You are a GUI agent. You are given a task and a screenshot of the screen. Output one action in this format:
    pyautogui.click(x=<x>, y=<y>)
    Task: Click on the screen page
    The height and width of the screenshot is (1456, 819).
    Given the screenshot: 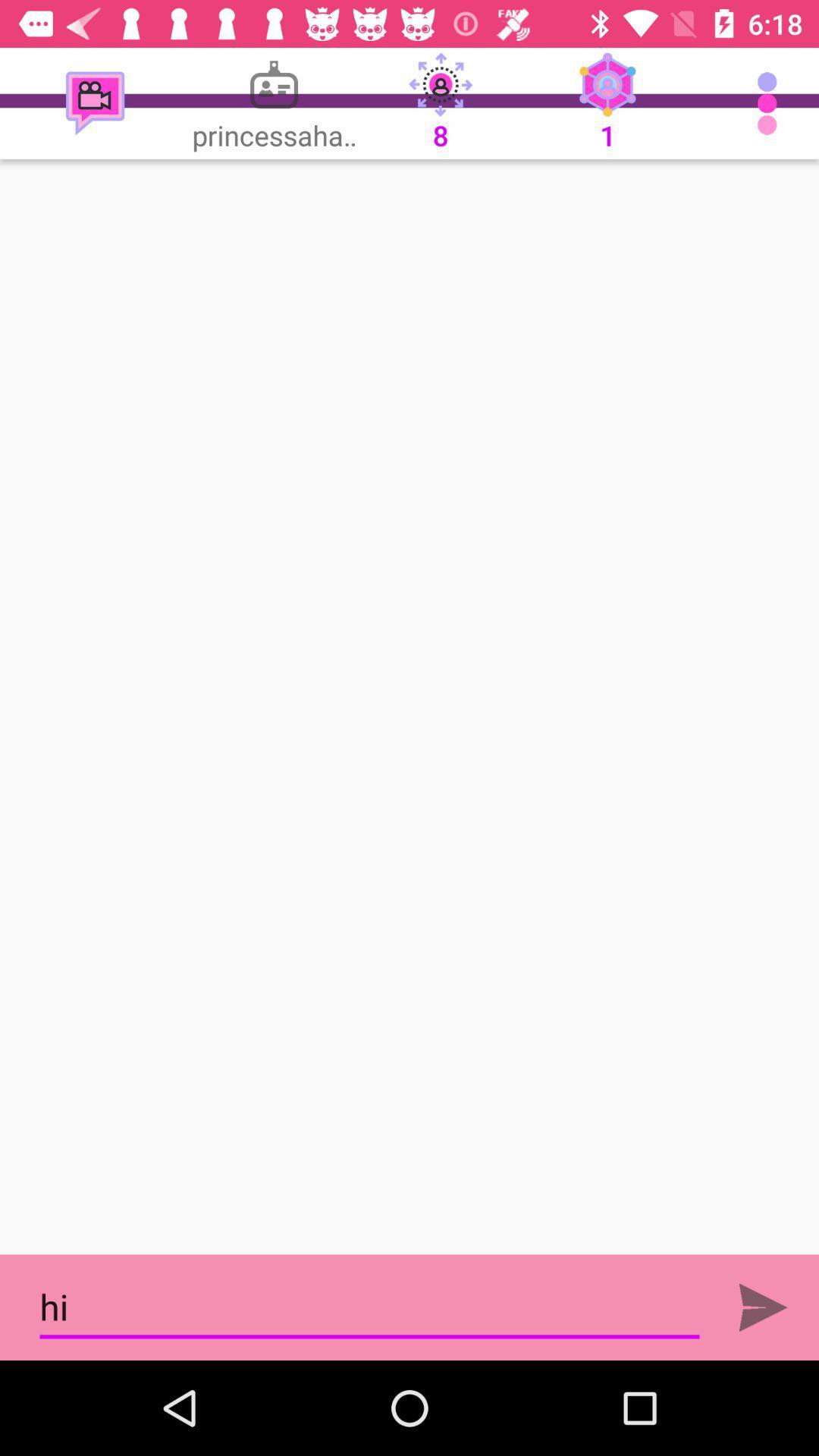 What is the action you would take?
    pyautogui.click(x=409, y=706)
    